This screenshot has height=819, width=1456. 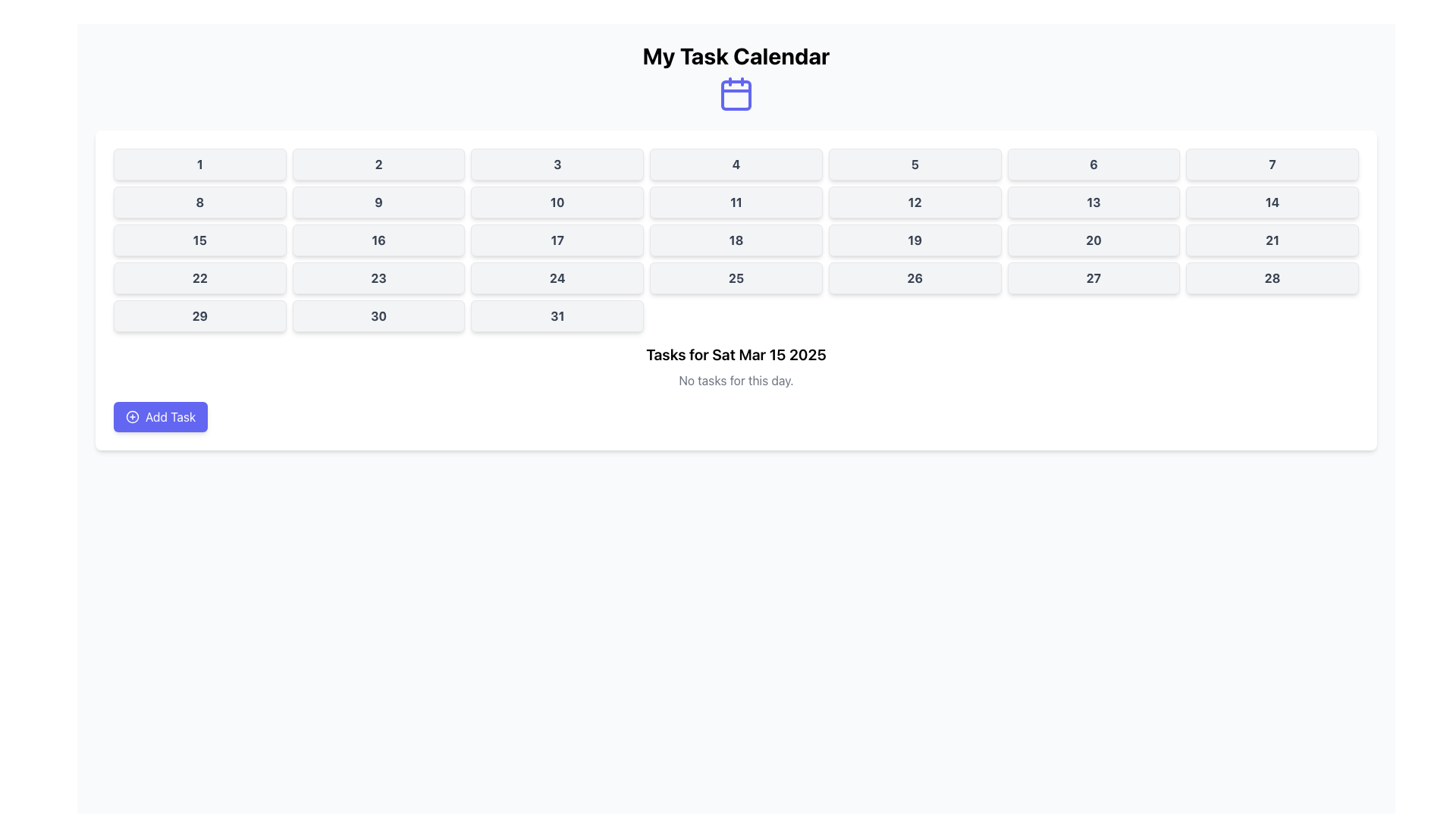 What do you see at coordinates (557, 278) in the screenshot?
I see `the selectable day button located in the fourth row and fourth column of the calendar grid` at bounding box center [557, 278].